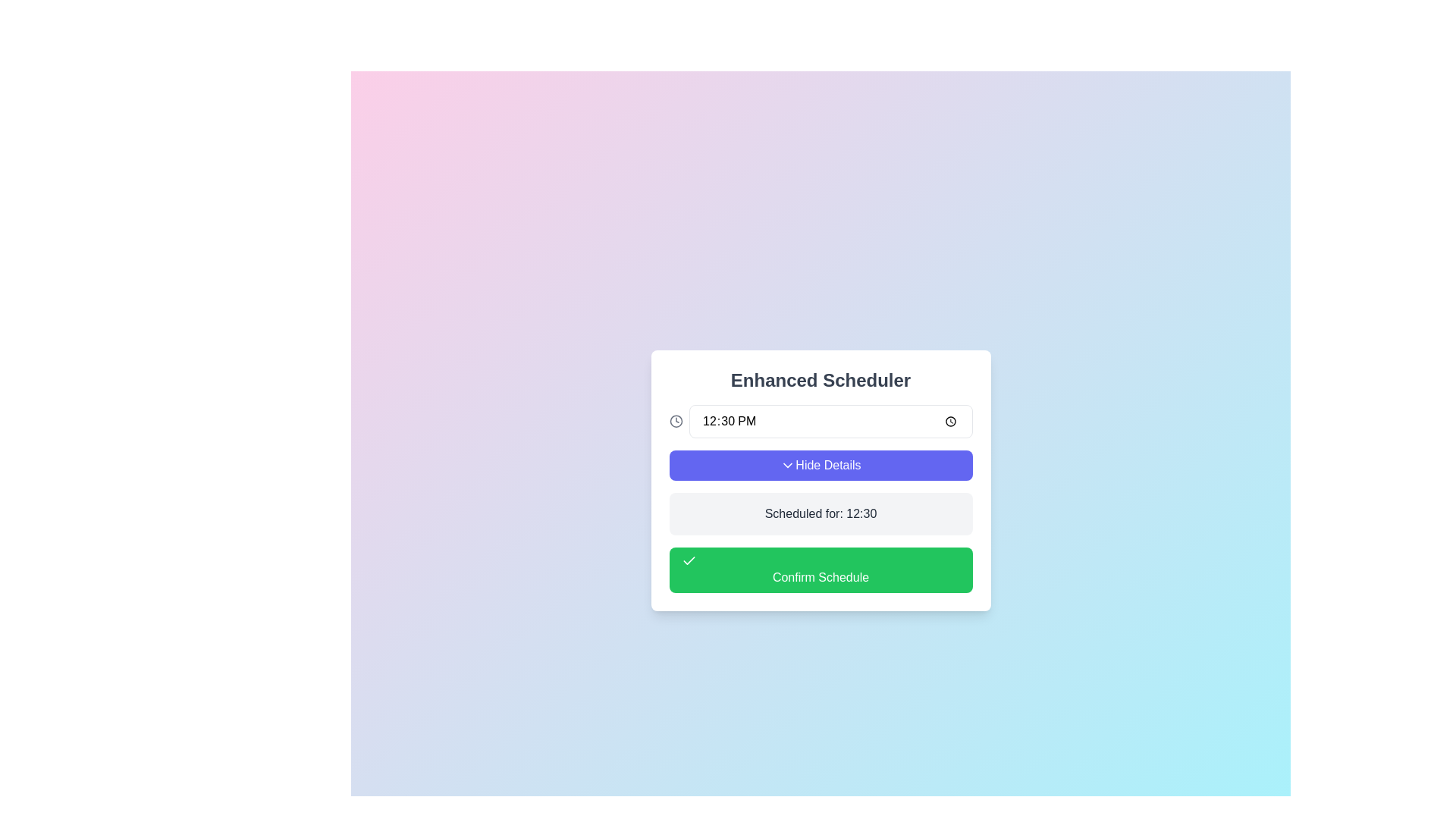 The image size is (1456, 819). Describe the element at coordinates (675, 421) in the screenshot. I see `the clock icon located on the right side of the time input field ('12:30 PM') within the scheduler card` at that location.